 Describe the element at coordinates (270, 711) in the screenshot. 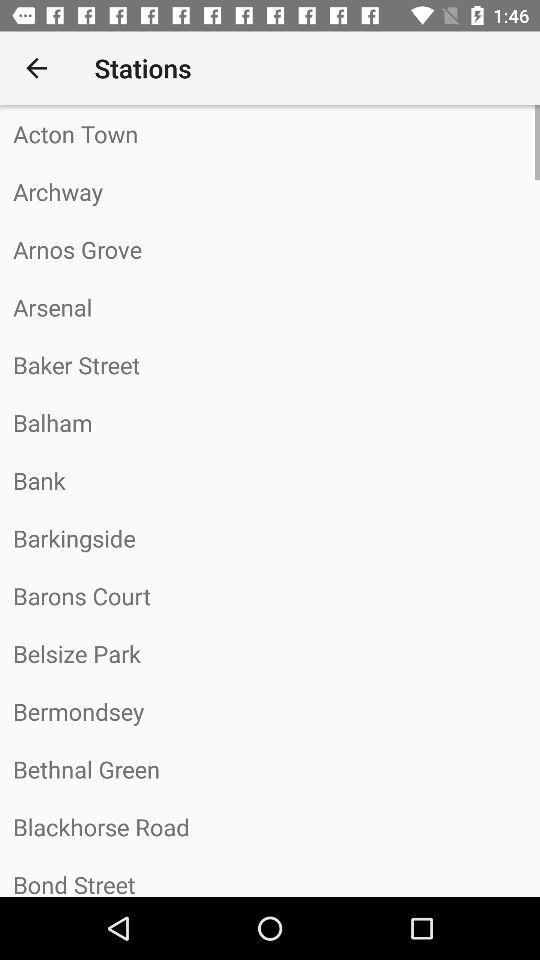

I see `the icon above bethnal green` at that location.